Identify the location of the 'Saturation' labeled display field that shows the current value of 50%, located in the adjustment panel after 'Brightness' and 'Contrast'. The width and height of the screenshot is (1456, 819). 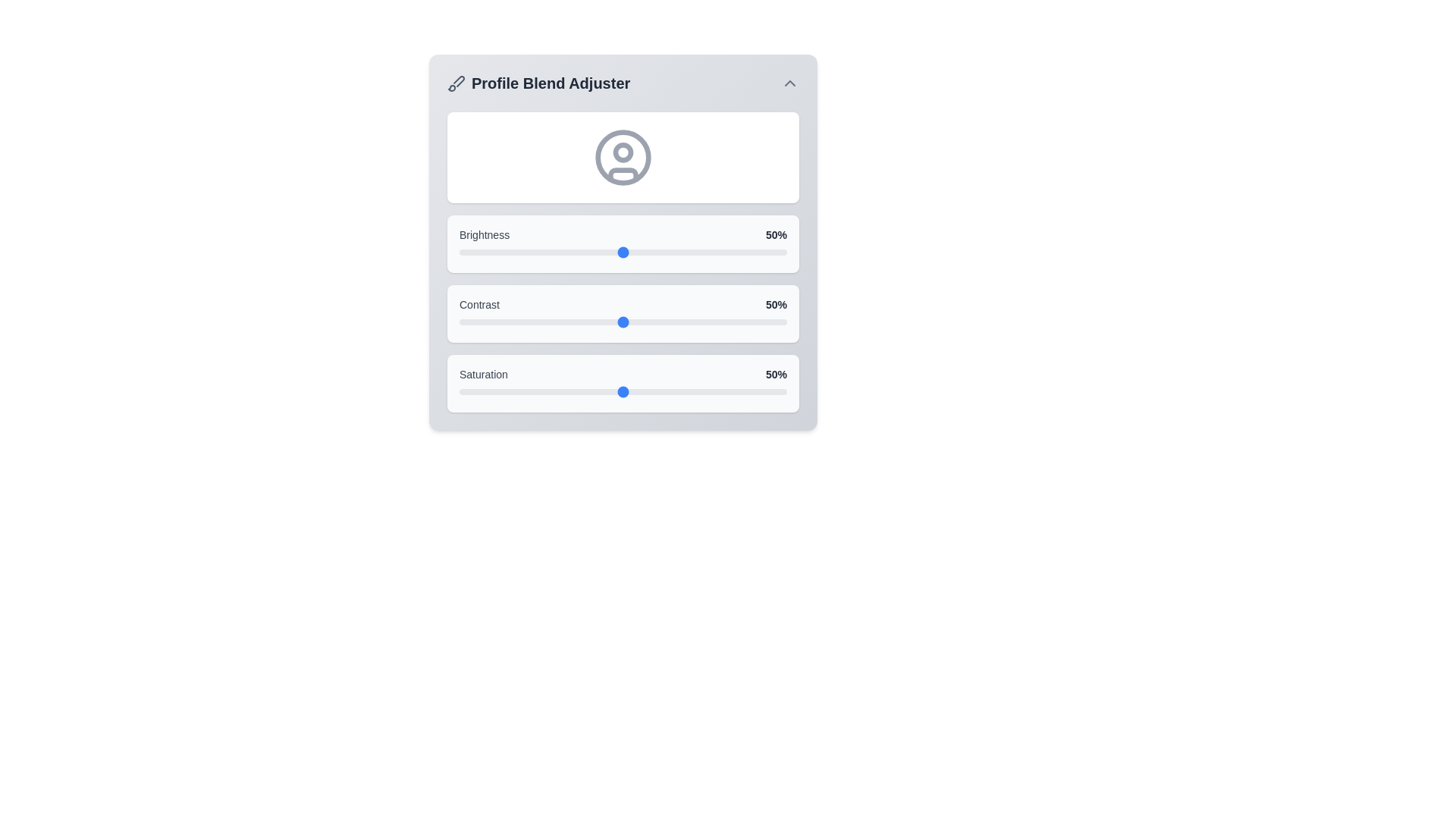
(623, 374).